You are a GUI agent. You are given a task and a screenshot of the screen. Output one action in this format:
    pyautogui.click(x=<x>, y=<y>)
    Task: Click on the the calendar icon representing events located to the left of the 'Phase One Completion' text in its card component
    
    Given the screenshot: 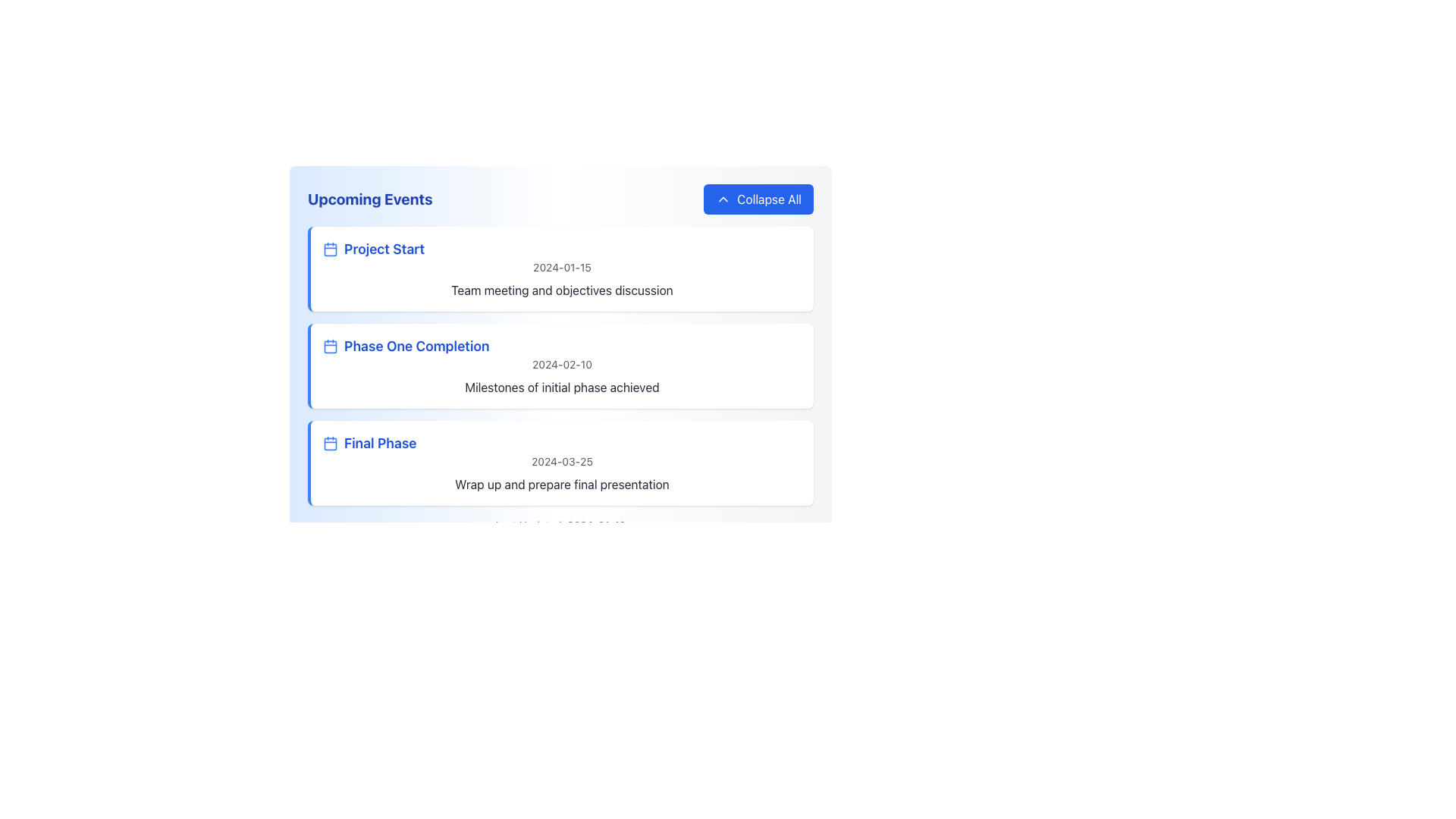 What is the action you would take?
    pyautogui.click(x=330, y=346)
    